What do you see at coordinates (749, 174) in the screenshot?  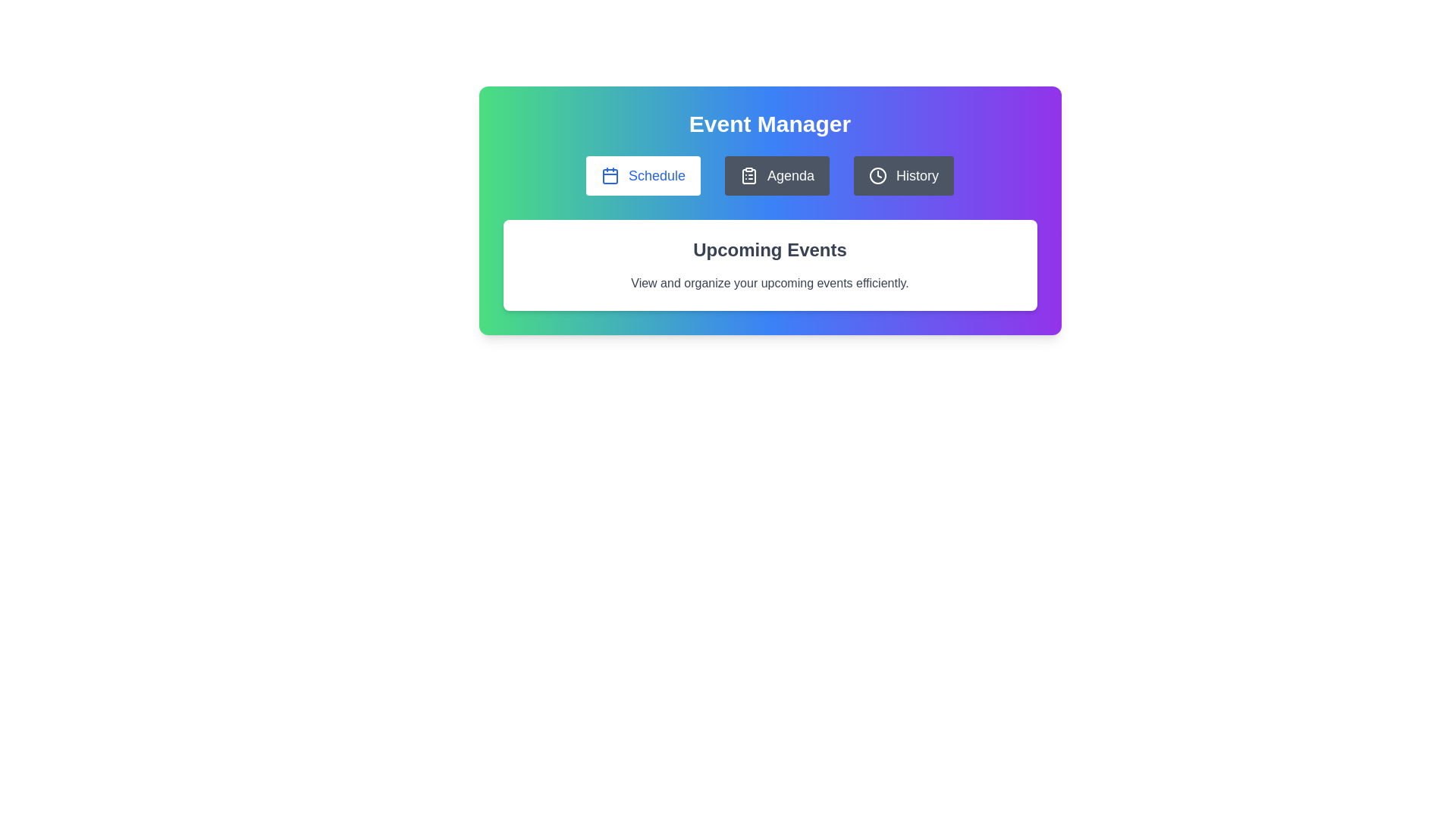 I see `the appearance of the 'Agenda' icon located on the middle navigation button, which visually represents agenda management tasks` at bounding box center [749, 174].